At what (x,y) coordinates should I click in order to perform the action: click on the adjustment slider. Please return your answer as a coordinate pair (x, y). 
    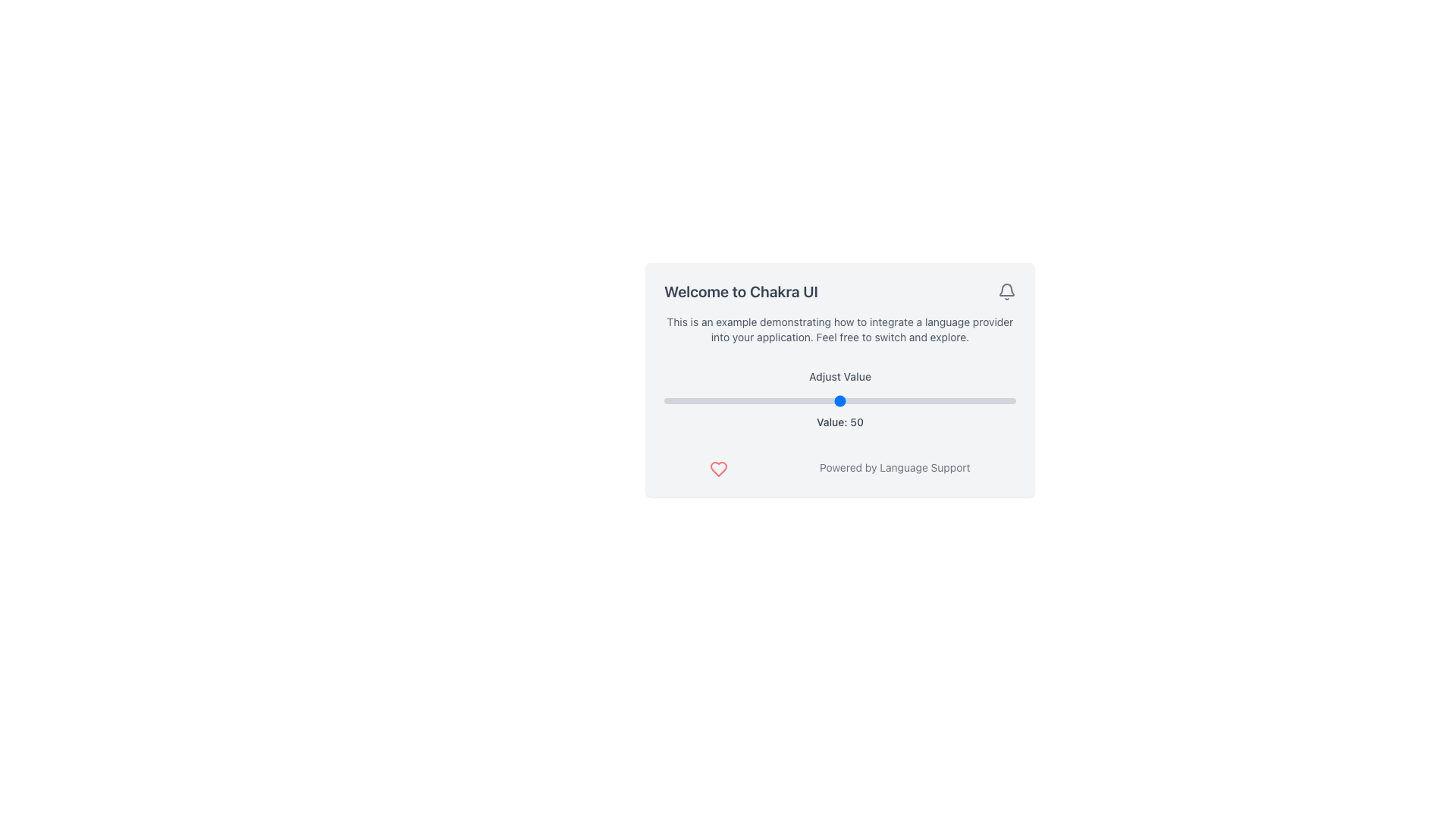
    Looking at the image, I should click on (966, 400).